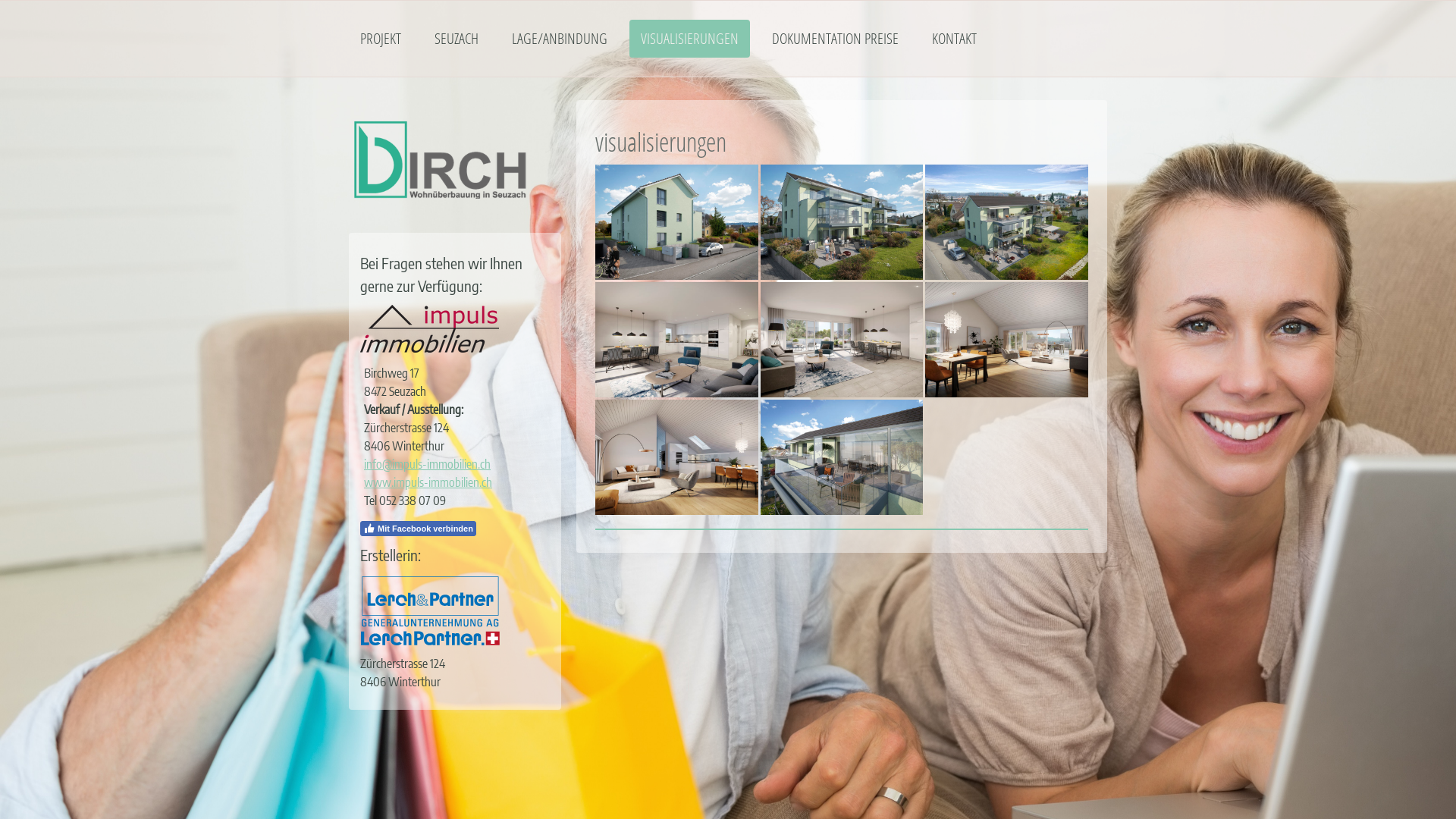 The width and height of the screenshot is (1456, 819). I want to click on 'SEUZACH', so click(455, 37).